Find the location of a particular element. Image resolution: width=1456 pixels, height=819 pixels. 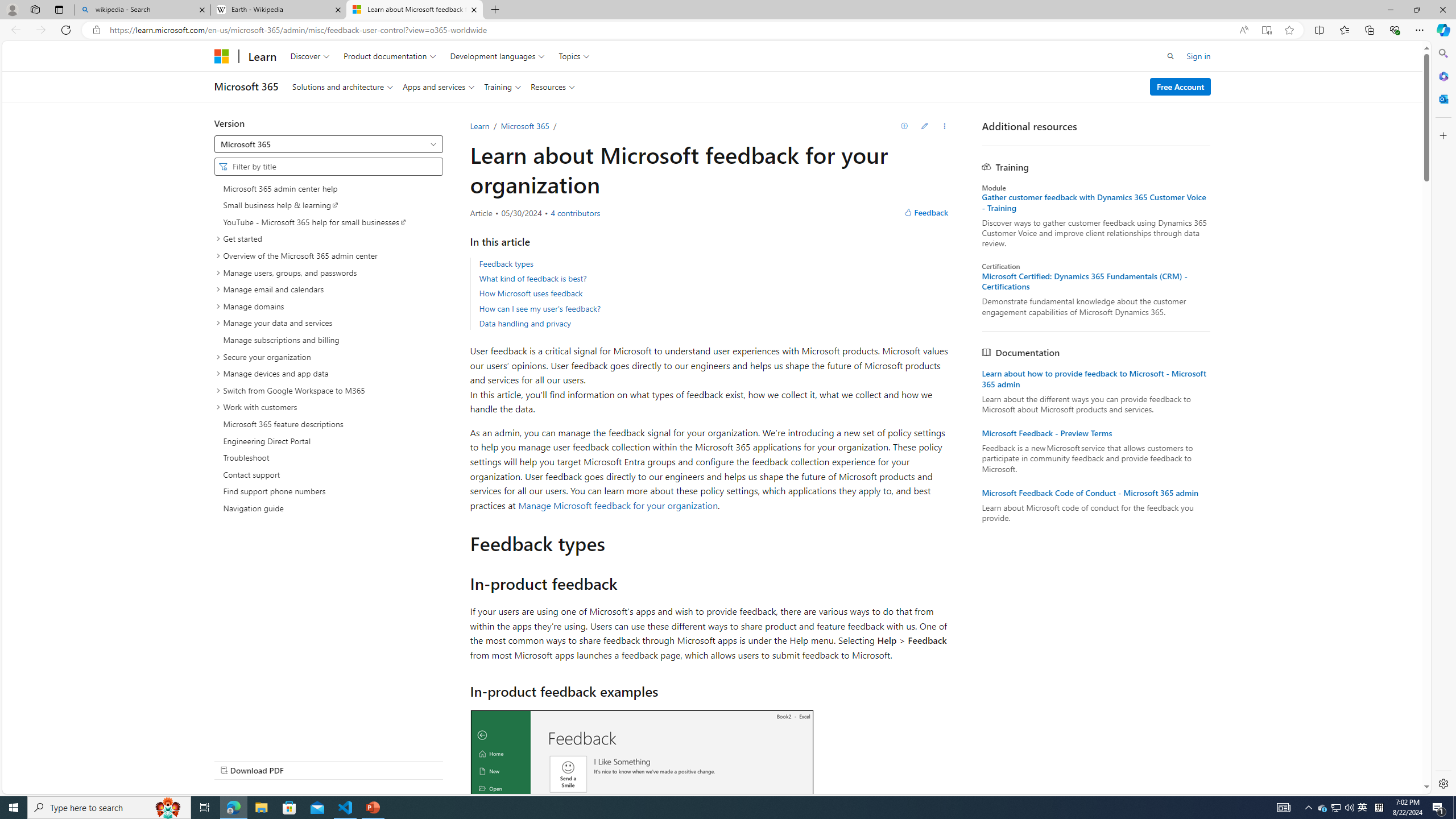

'Browser essentials' is located at coordinates (1394, 29).